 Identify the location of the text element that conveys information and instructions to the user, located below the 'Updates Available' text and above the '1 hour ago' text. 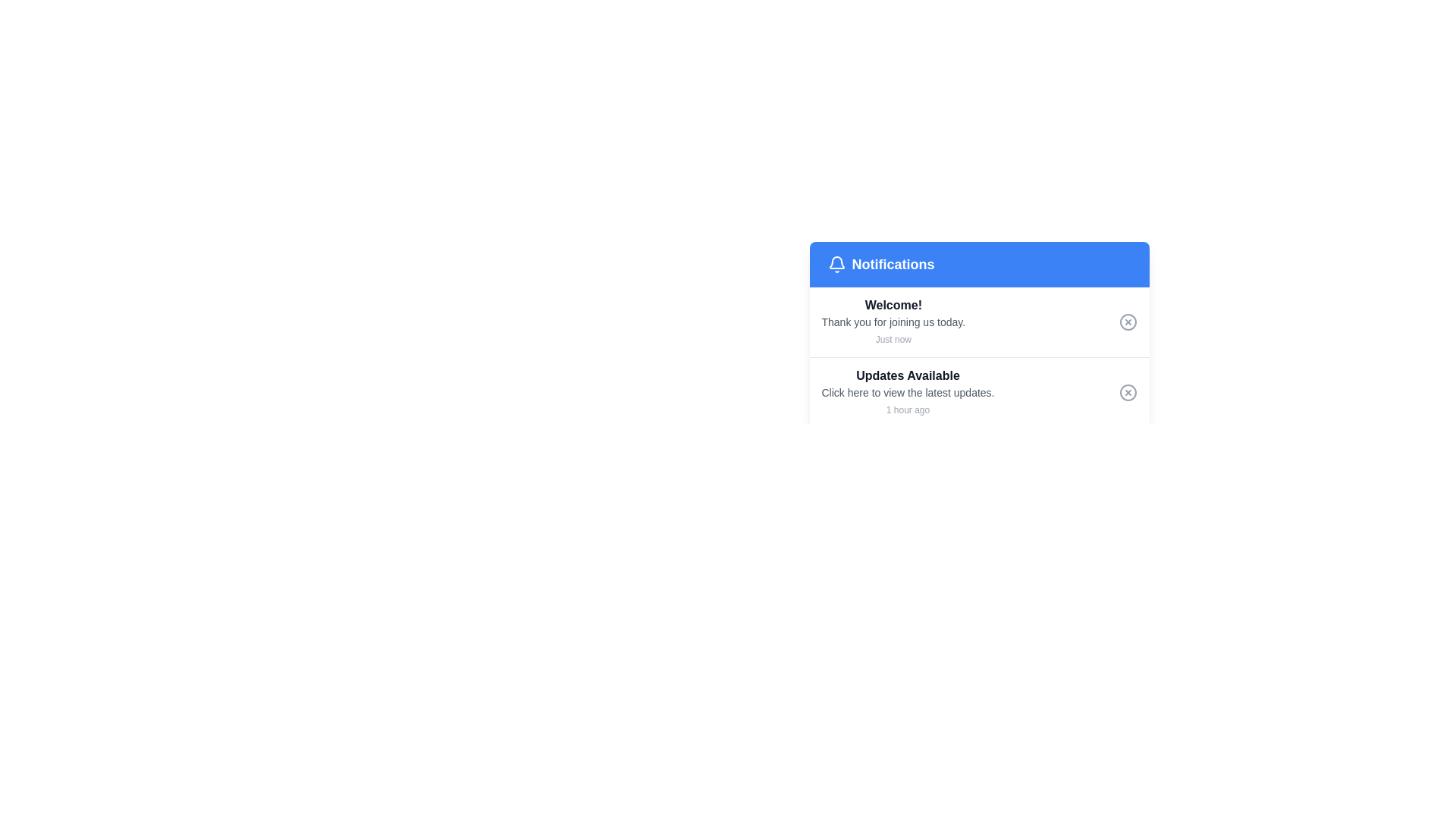
(908, 391).